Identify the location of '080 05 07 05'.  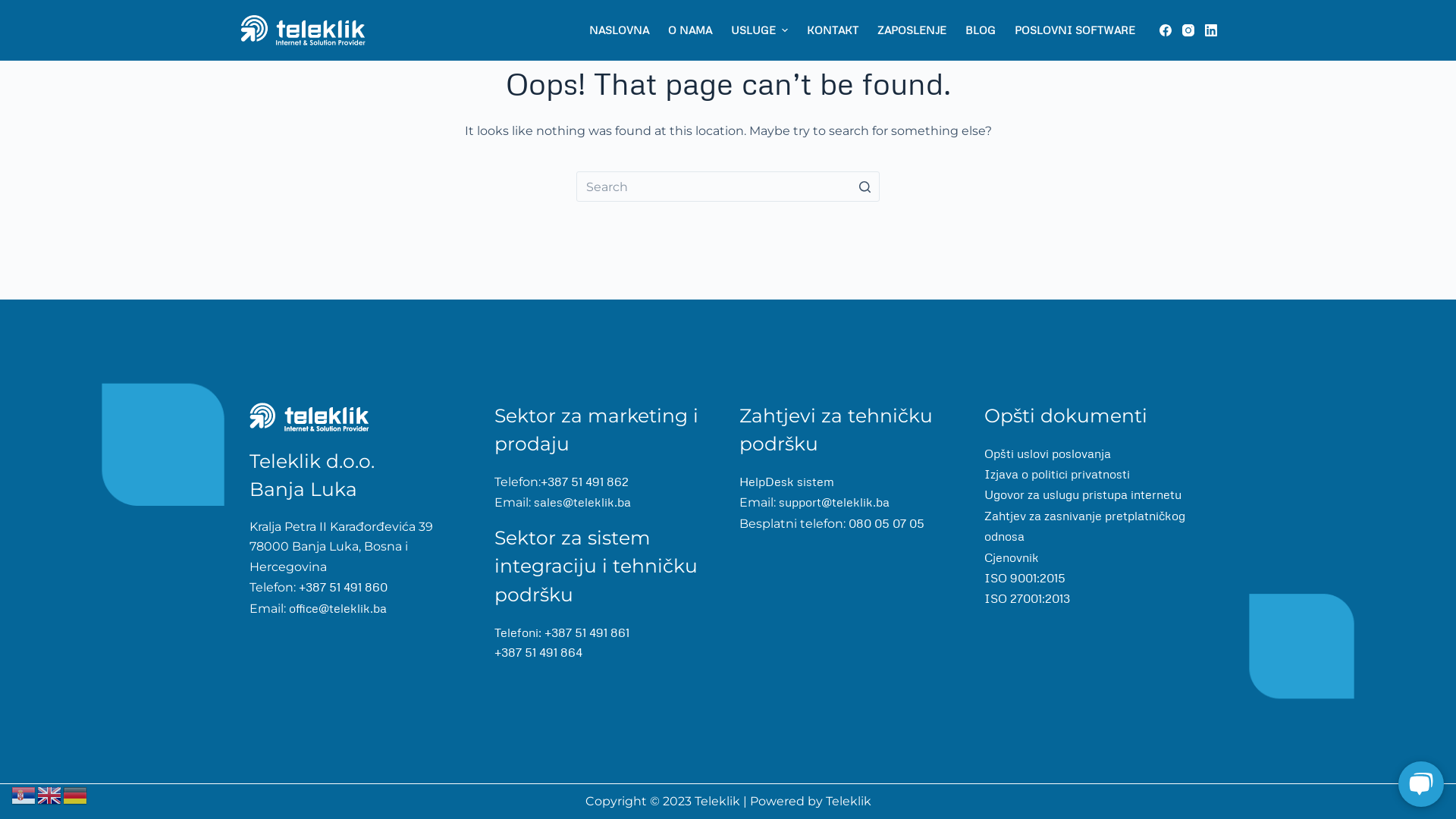
(884, 522).